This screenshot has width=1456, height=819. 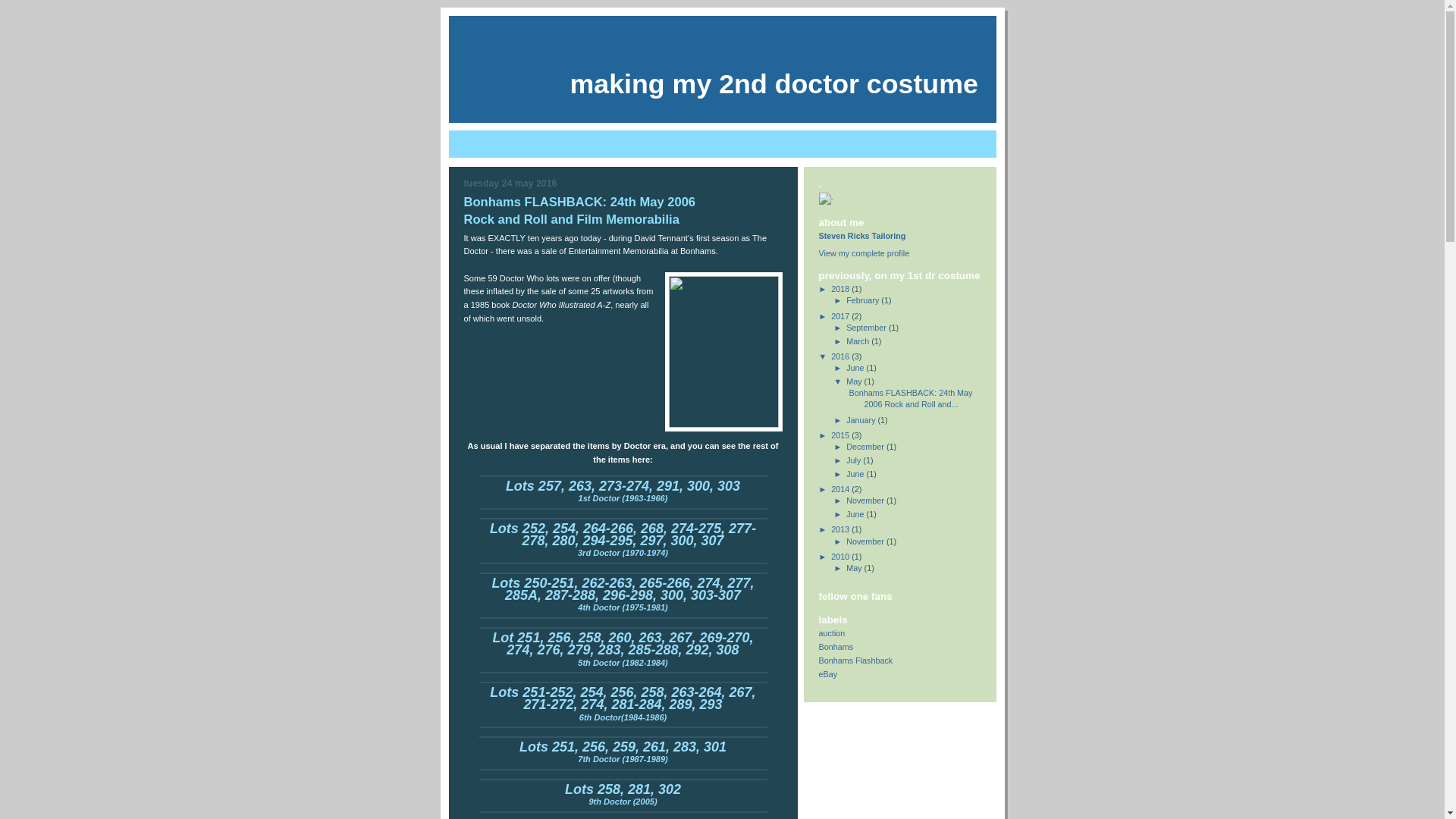 What do you see at coordinates (861, 420) in the screenshot?
I see `'January'` at bounding box center [861, 420].